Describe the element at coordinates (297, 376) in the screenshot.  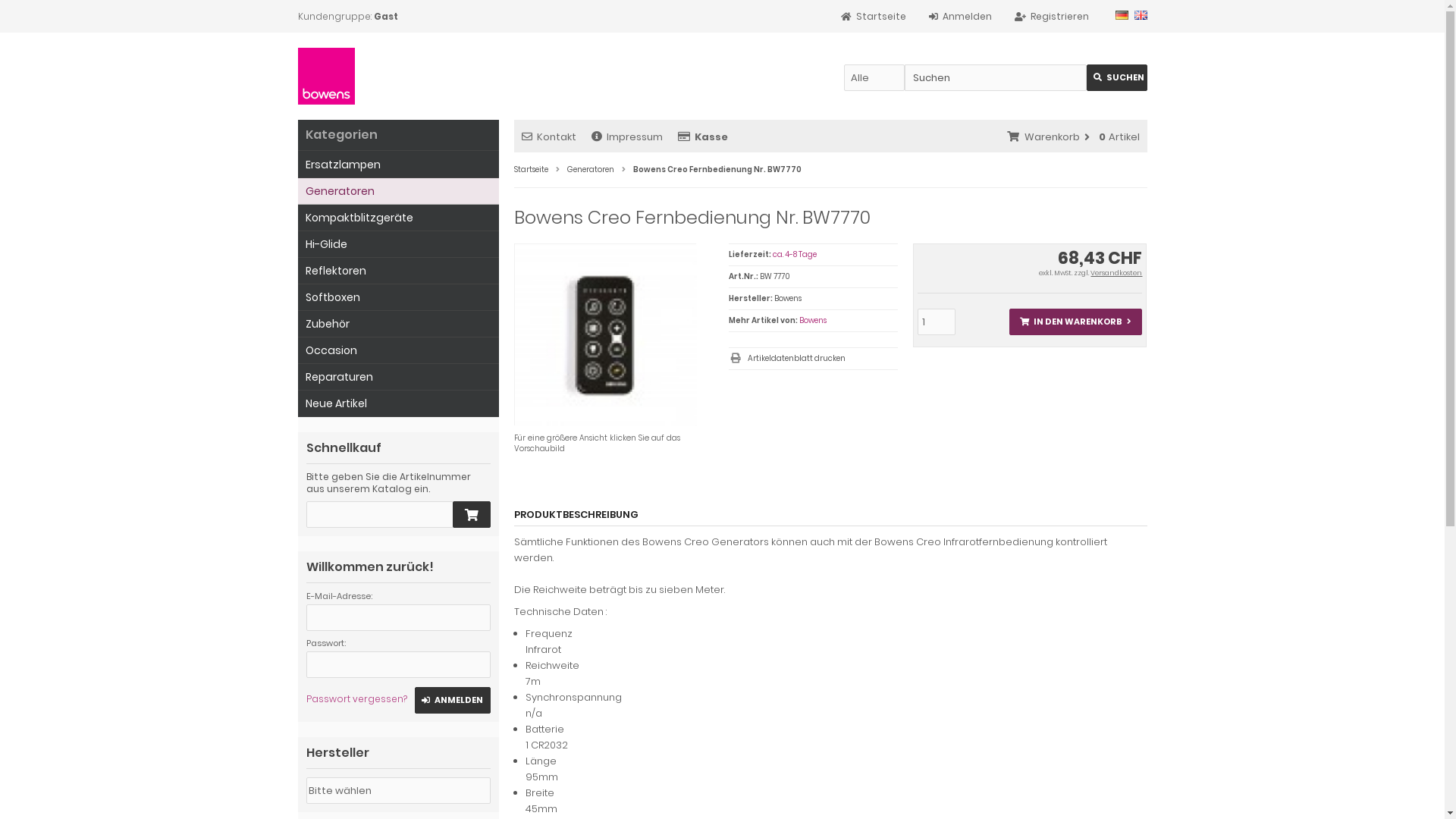
I see `'Reparaturen'` at that location.